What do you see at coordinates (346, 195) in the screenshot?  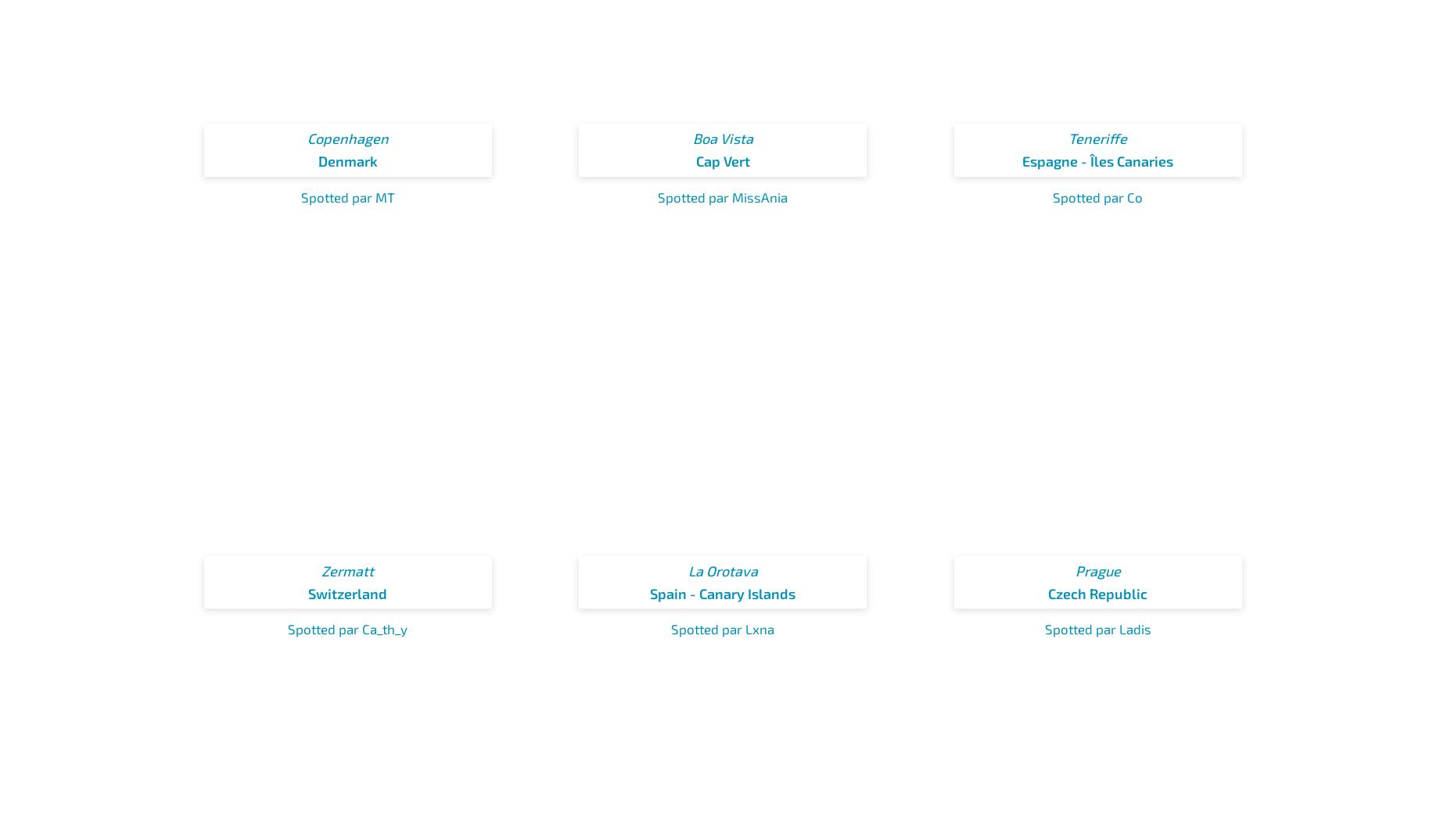 I see `'Spotted par MT'` at bounding box center [346, 195].